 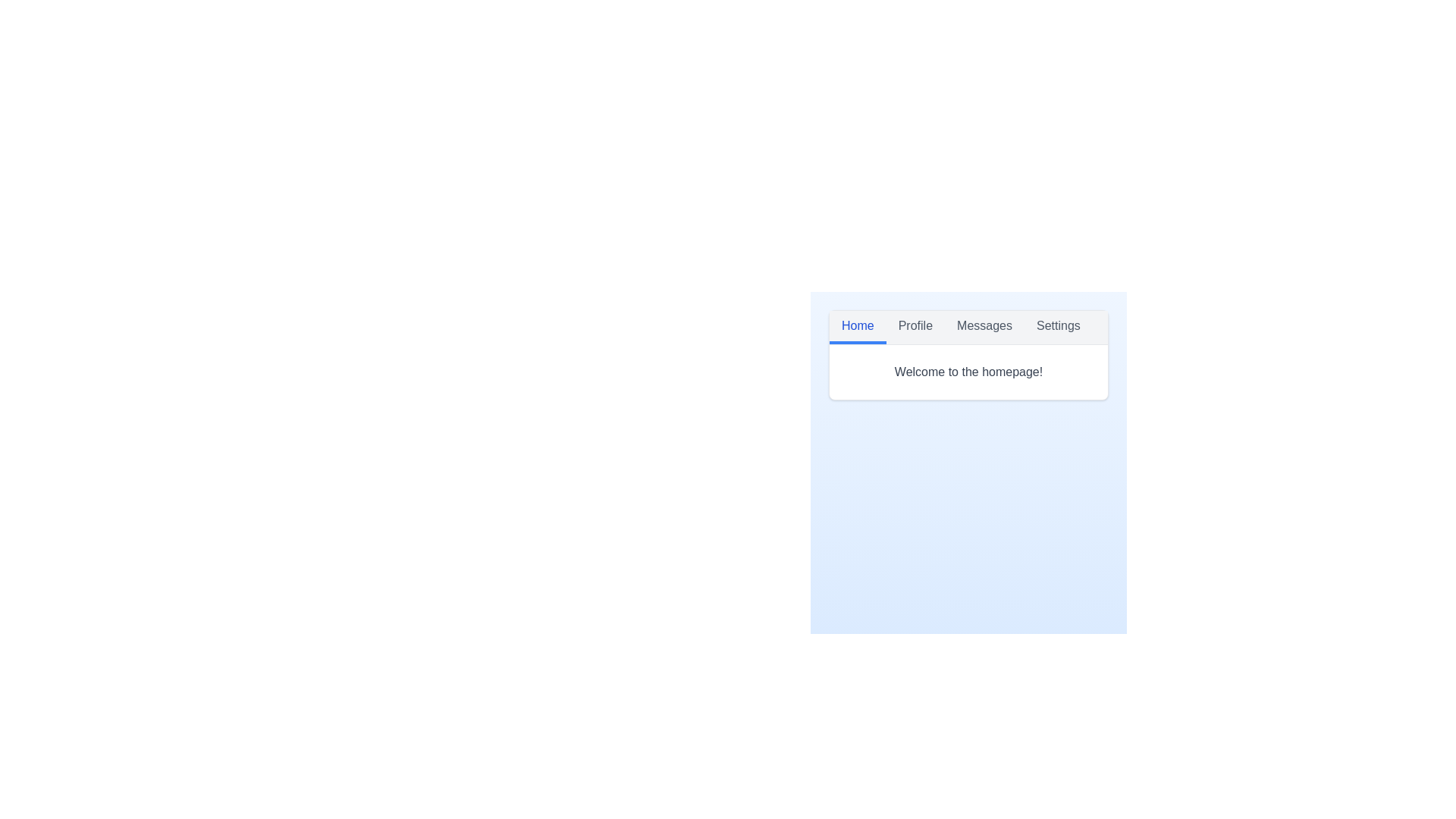 I want to click on the 'Profile' navigation item, so click(x=915, y=327).